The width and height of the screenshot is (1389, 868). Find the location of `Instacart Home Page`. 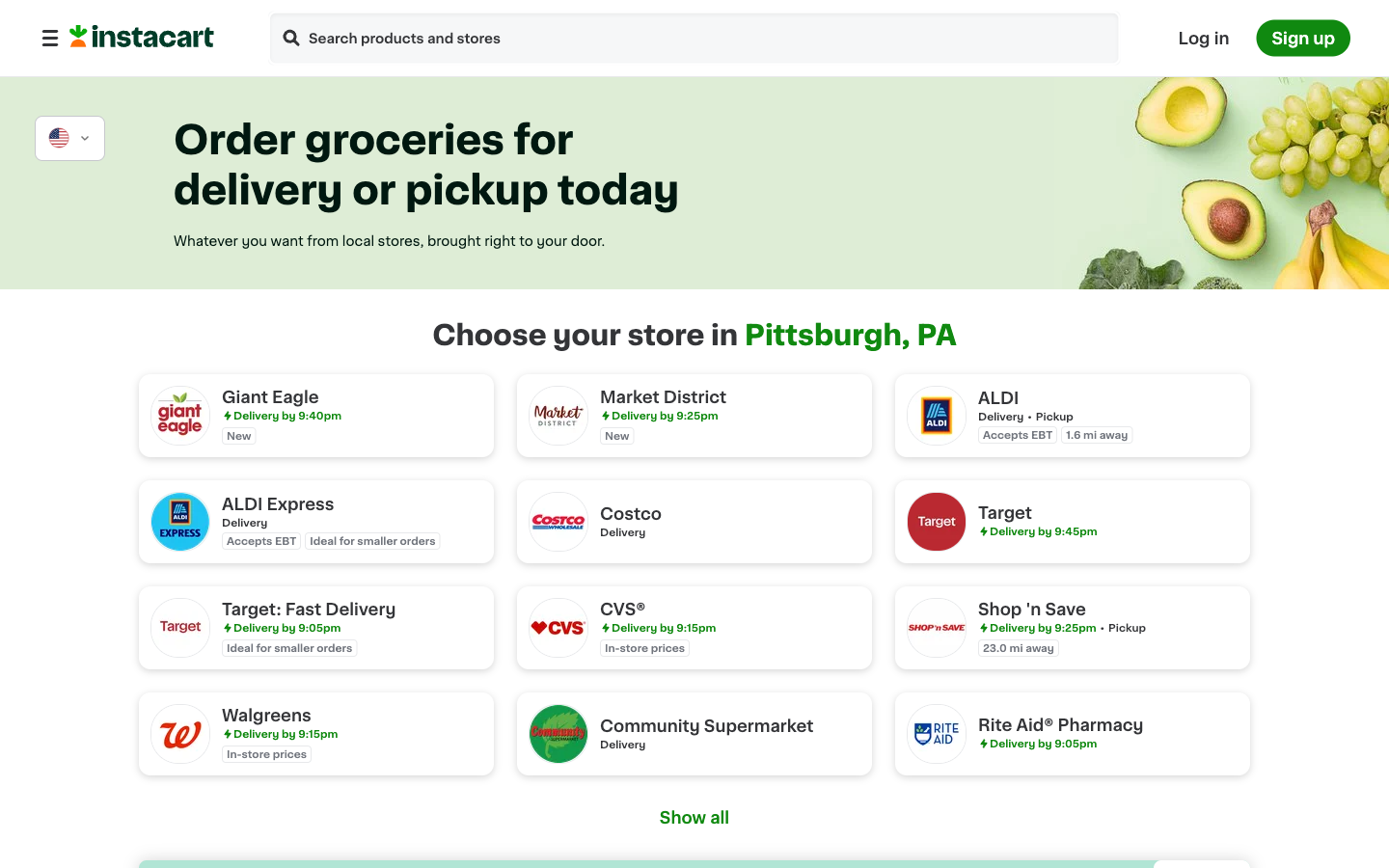

Instacart Home Page is located at coordinates (141, 41).